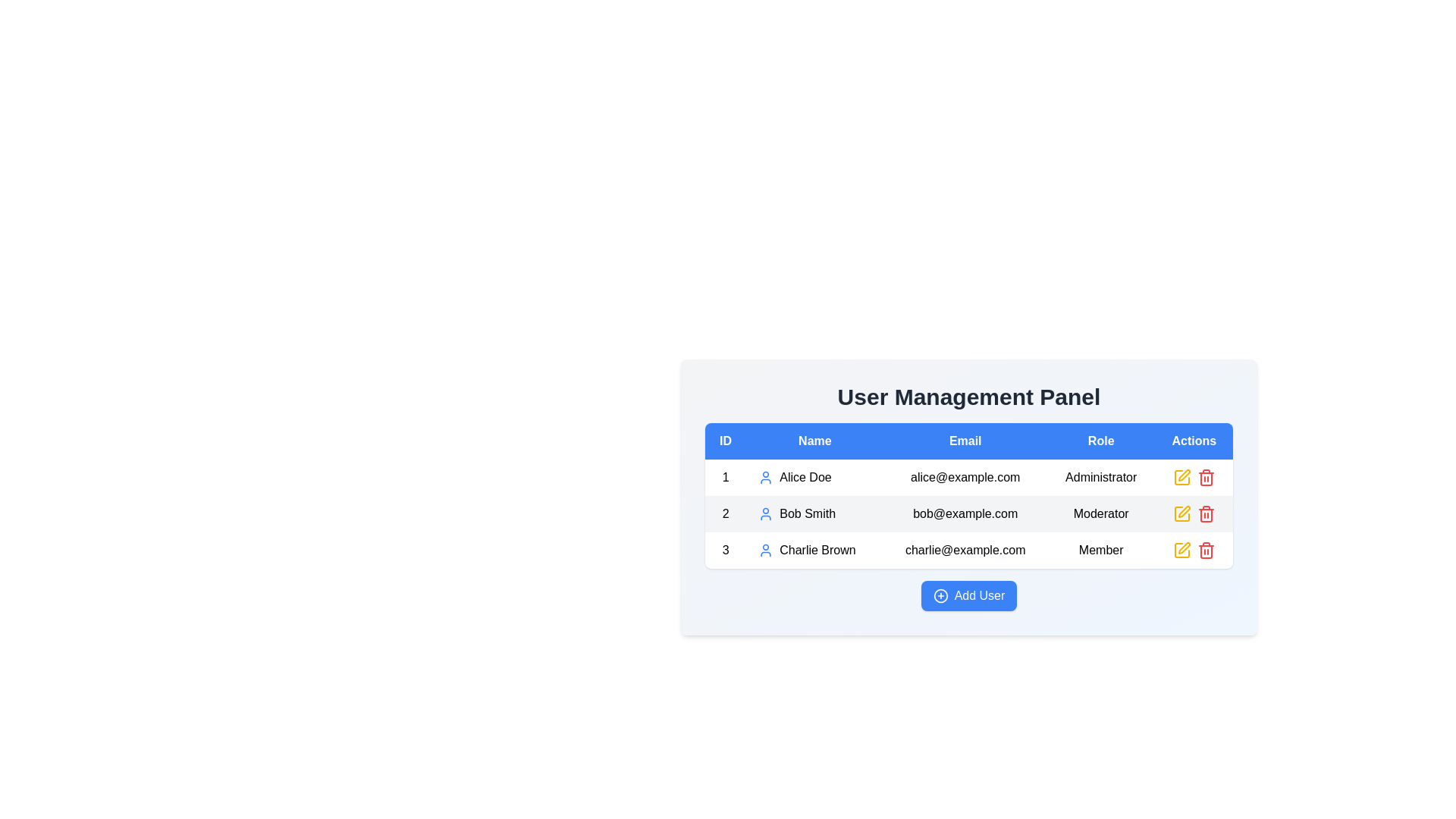 The height and width of the screenshot is (819, 1456). What do you see at coordinates (814, 476) in the screenshot?
I see `the text element that identifies a user by name in the user management table, located in the second column of the first row, adjacent to ID '1' and email 'alice@example.com'` at bounding box center [814, 476].